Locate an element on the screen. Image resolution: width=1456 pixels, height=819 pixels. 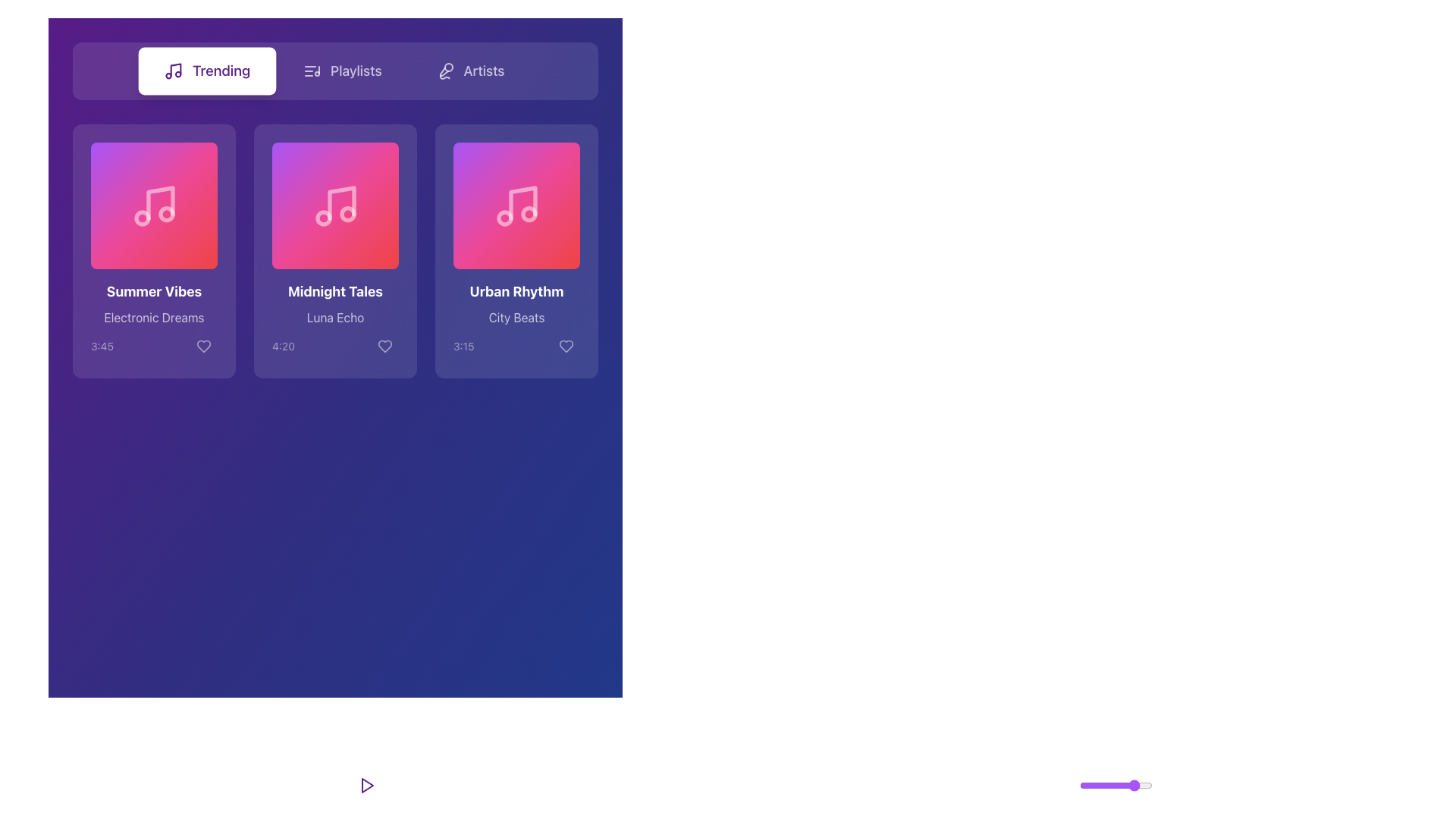
the thumbnail for the 'Summer Vibes' content is located at coordinates (154, 206).